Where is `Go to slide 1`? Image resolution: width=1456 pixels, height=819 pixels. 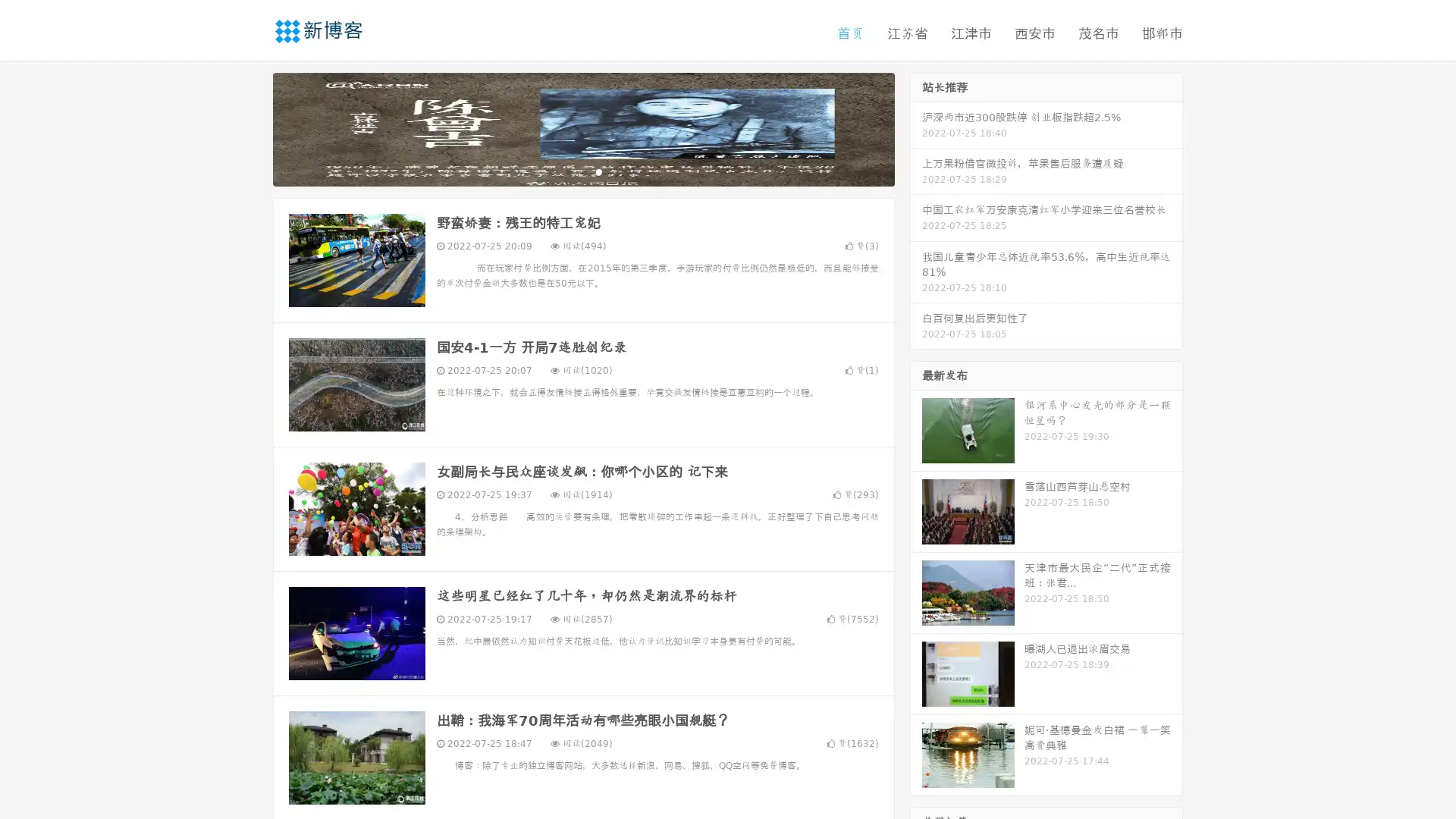 Go to slide 1 is located at coordinates (567, 171).